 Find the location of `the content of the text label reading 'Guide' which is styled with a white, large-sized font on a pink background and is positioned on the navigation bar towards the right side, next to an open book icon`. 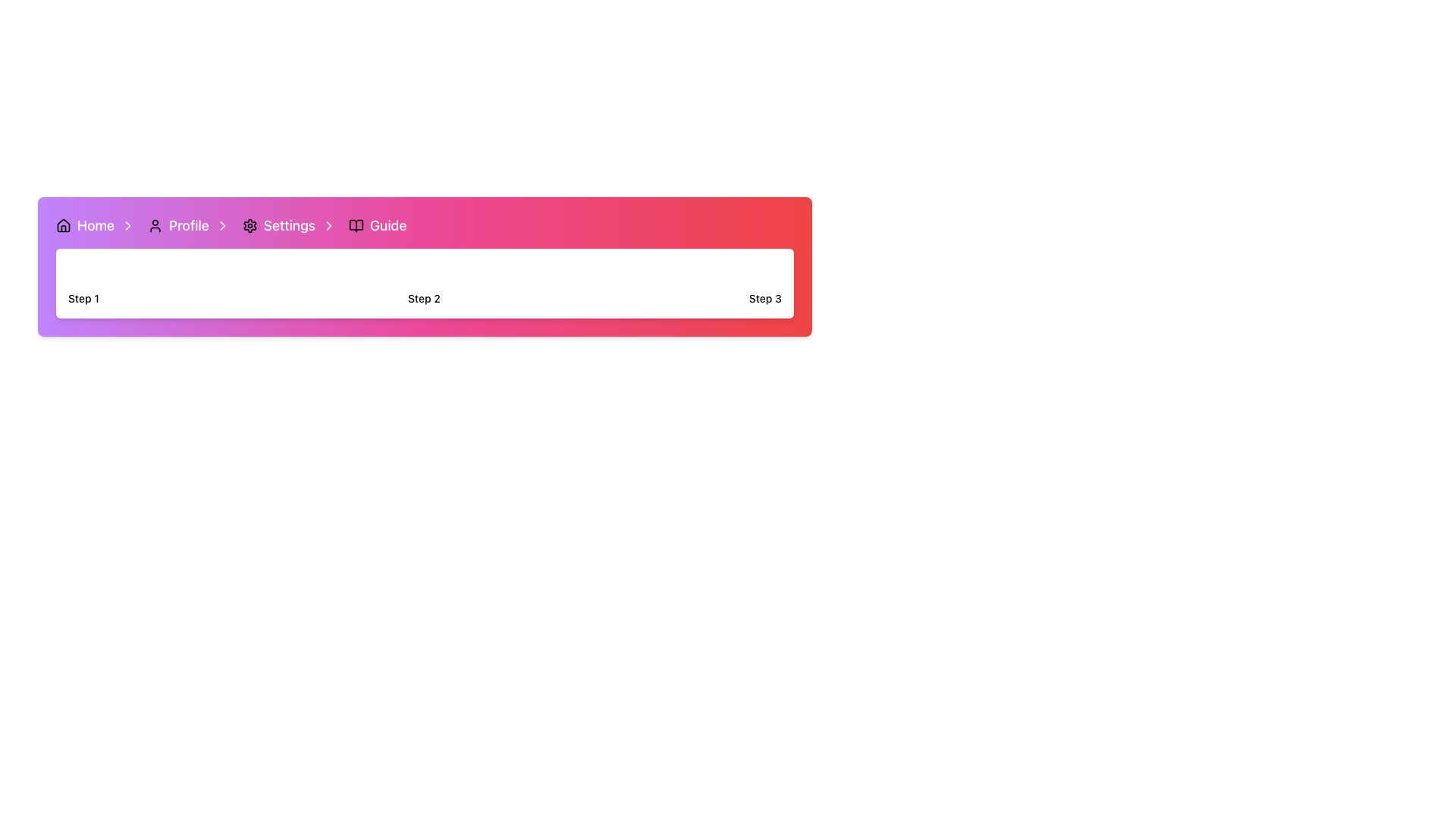

the content of the text label reading 'Guide' which is styled with a white, large-sized font on a pink background and is positioned on the navigation bar towards the right side, next to an open book icon is located at coordinates (388, 225).